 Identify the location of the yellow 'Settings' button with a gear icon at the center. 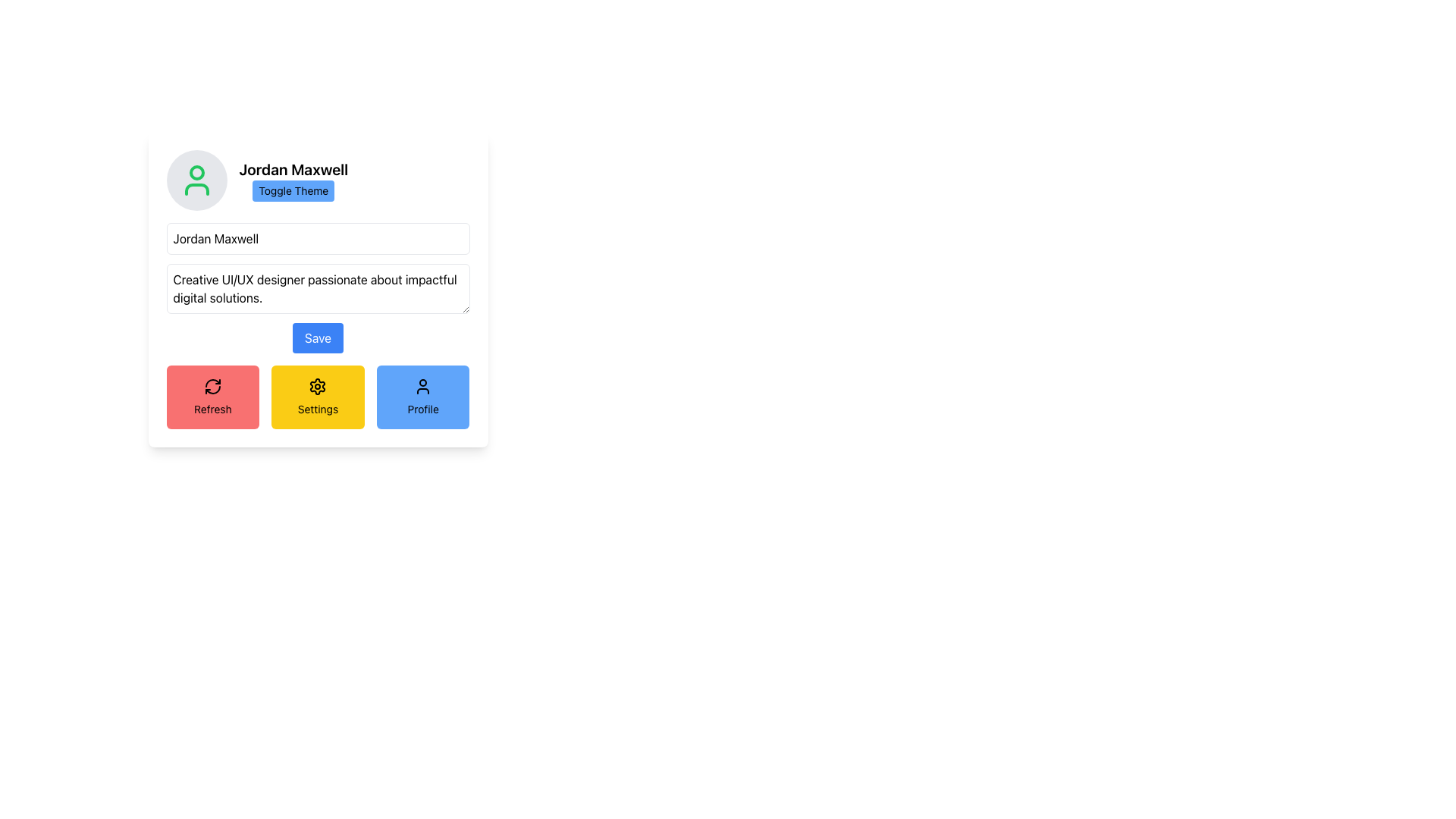
(317, 397).